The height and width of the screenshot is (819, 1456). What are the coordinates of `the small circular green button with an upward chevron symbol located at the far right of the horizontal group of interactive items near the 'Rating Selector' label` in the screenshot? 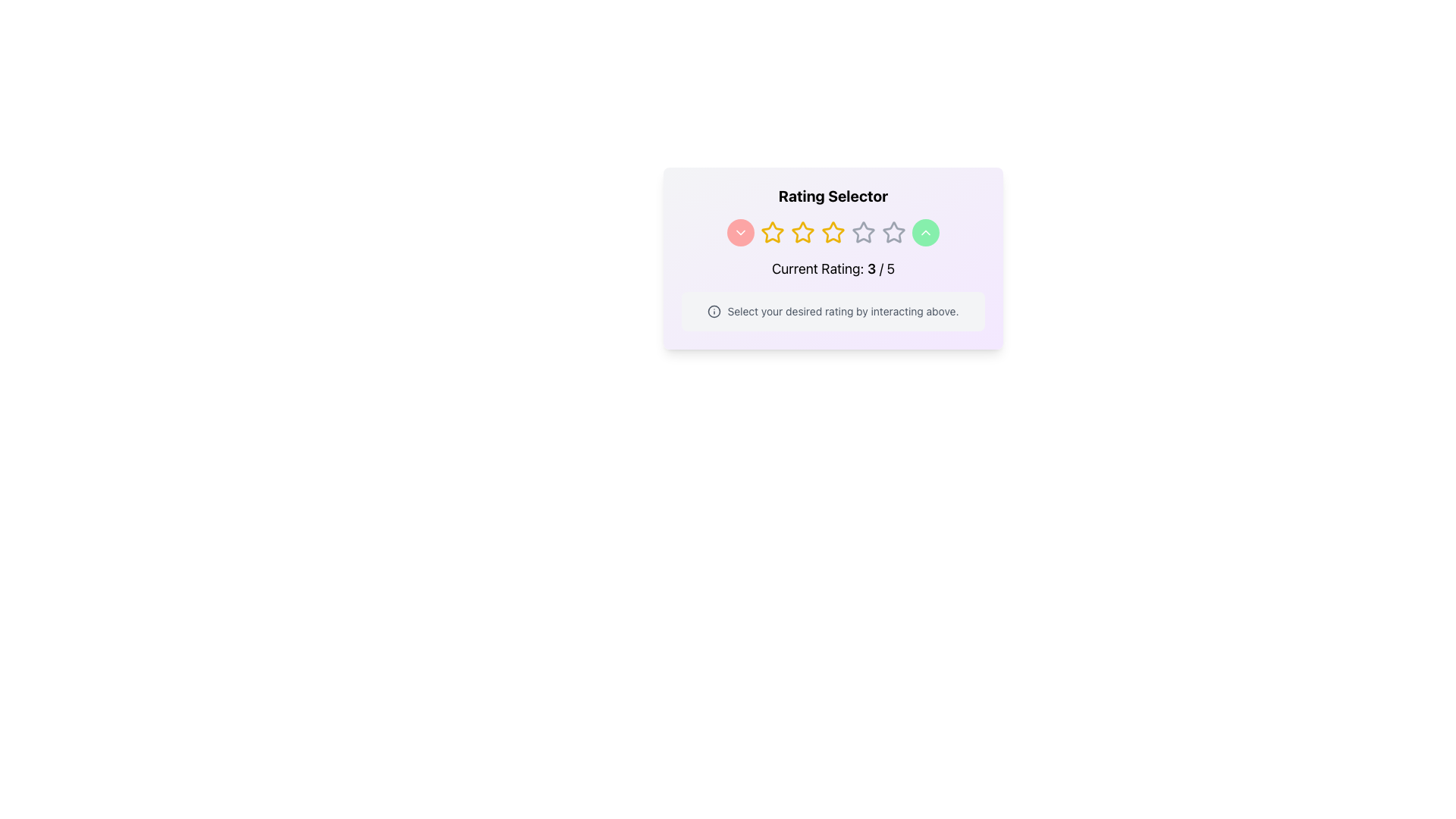 It's located at (924, 233).